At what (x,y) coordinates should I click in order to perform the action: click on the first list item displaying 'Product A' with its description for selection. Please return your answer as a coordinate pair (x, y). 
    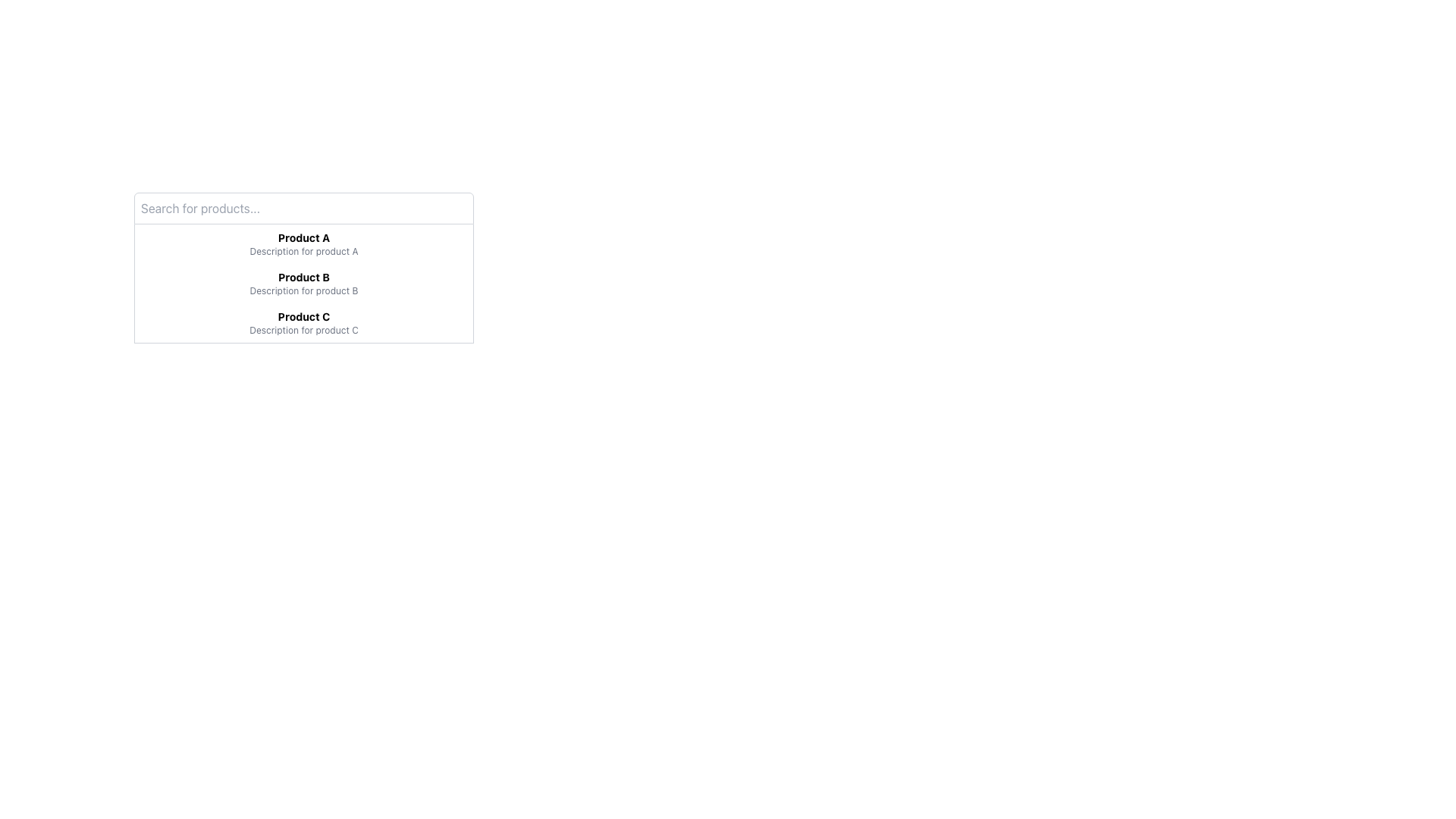
    Looking at the image, I should click on (303, 243).